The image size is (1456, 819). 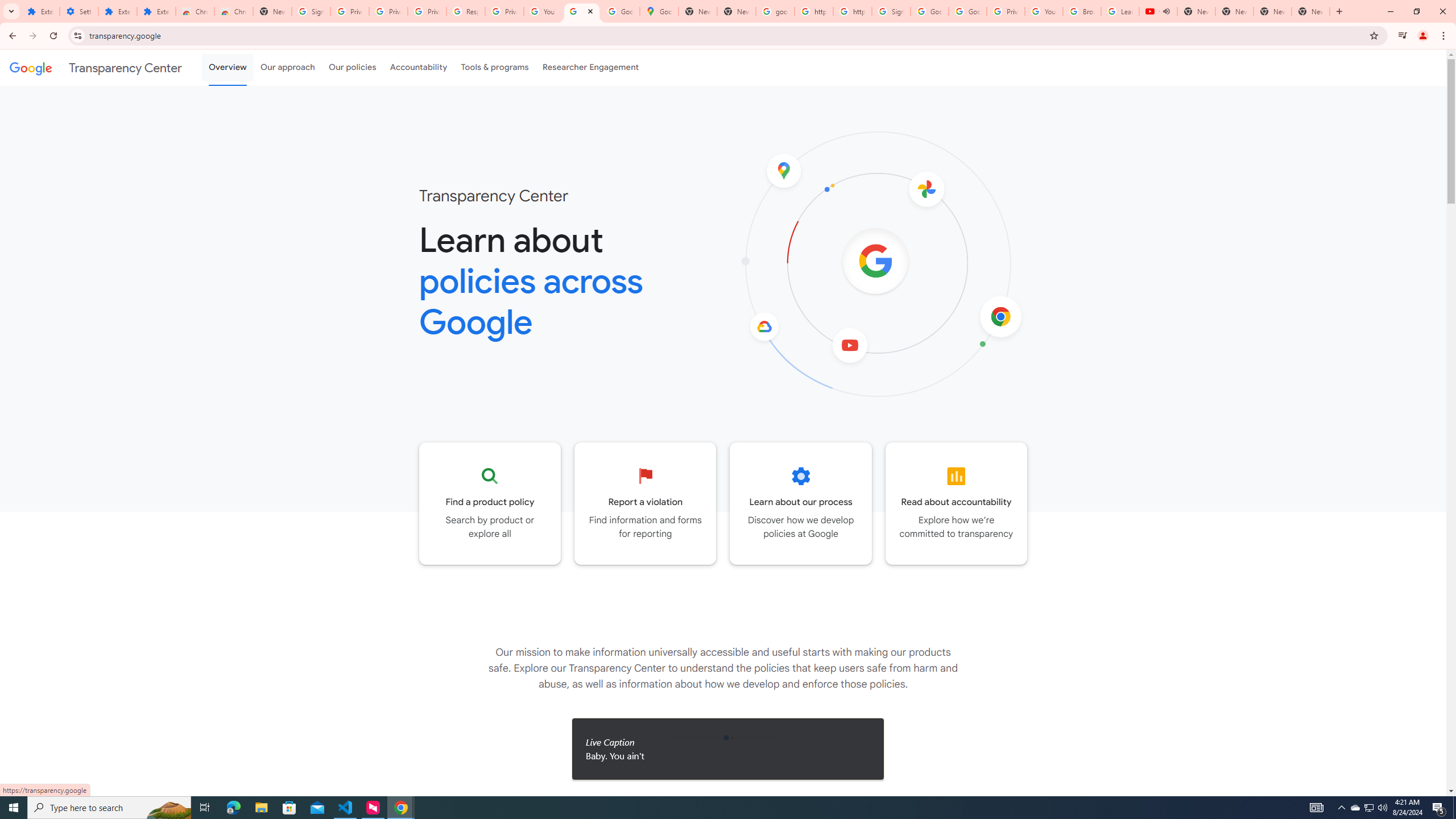 What do you see at coordinates (352, 67) in the screenshot?
I see `'Our policies'` at bounding box center [352, 67].